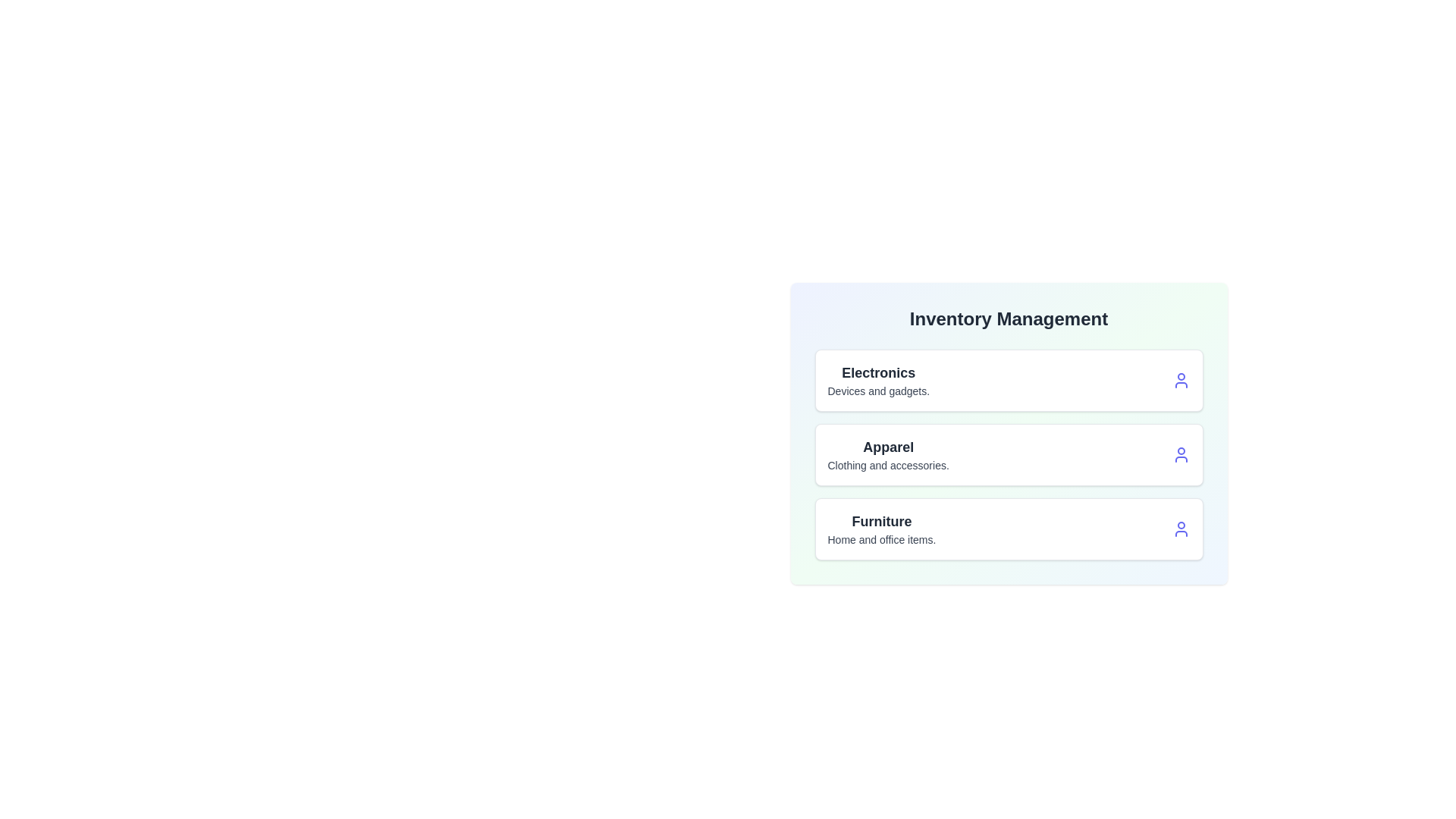 Image resolution: width=1456 pixels, height=819 pixels. Describe the element at coordinates (878, 391) in the screenshot. I see `the description text of the category Electronics` at that location.